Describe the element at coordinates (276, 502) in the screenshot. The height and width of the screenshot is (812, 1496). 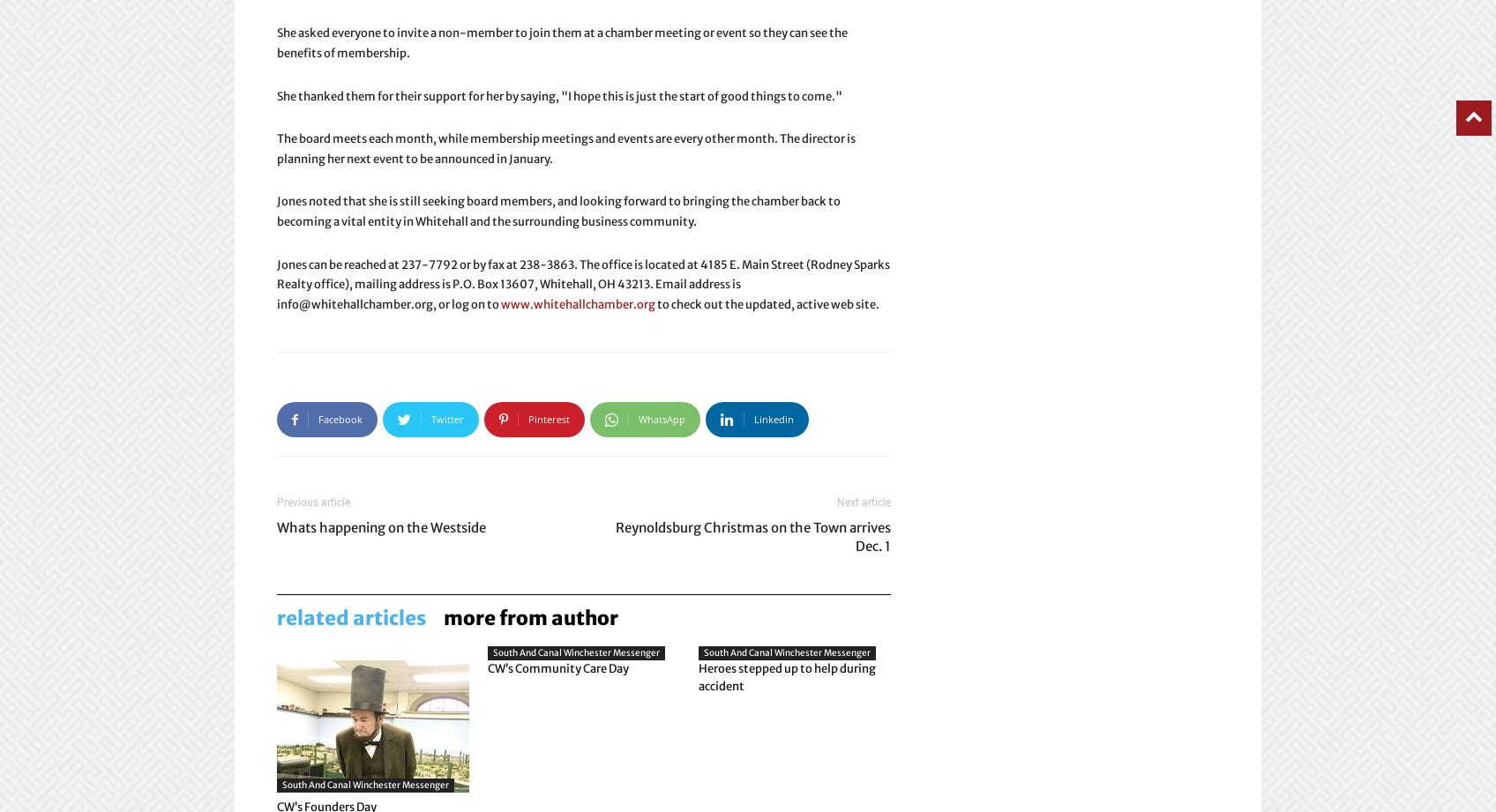
I see `'Previous article'` at that location.